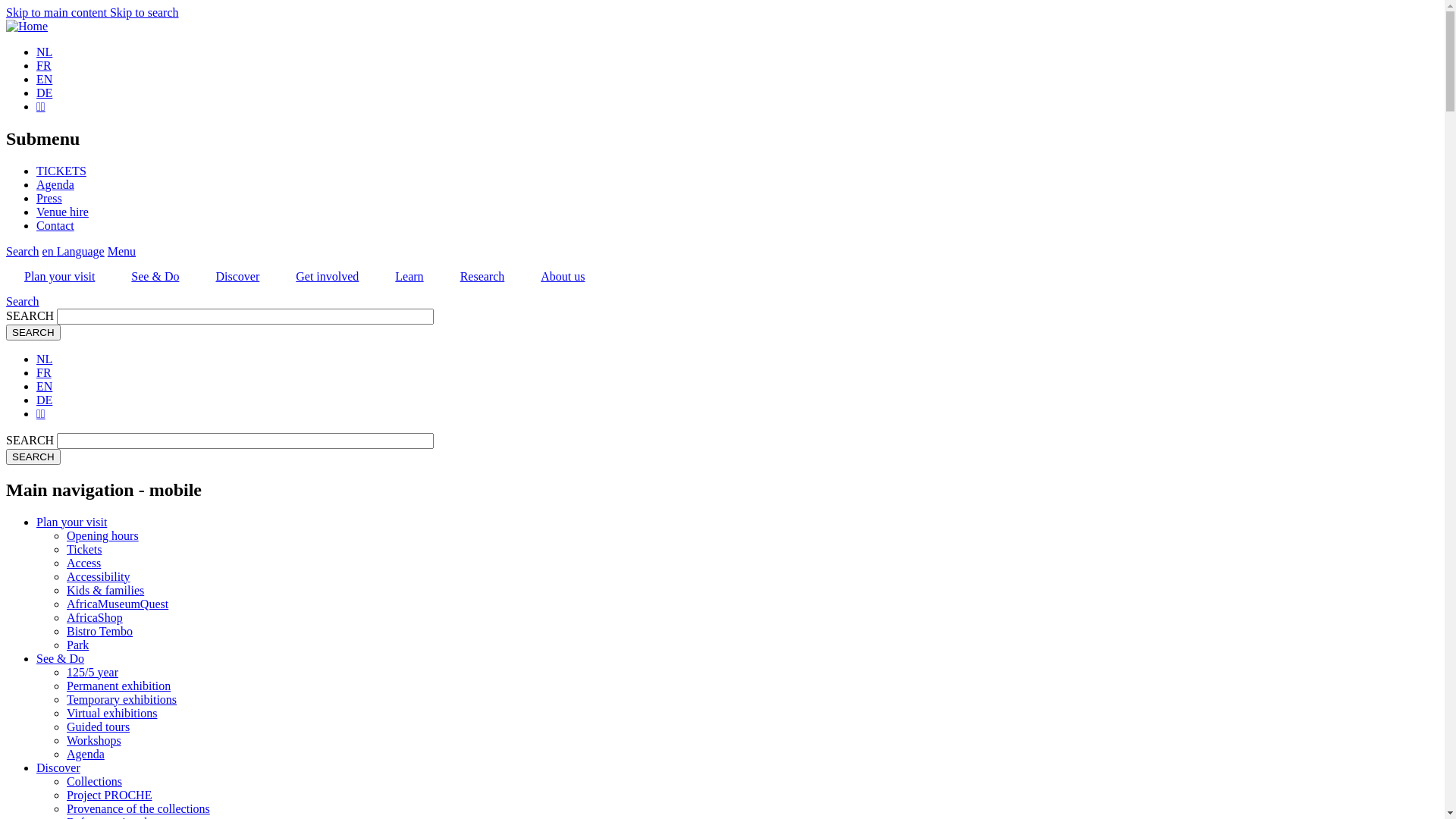 This screenshot has height=819, width=1456. I want to click on 'Research', so click(441, 277).